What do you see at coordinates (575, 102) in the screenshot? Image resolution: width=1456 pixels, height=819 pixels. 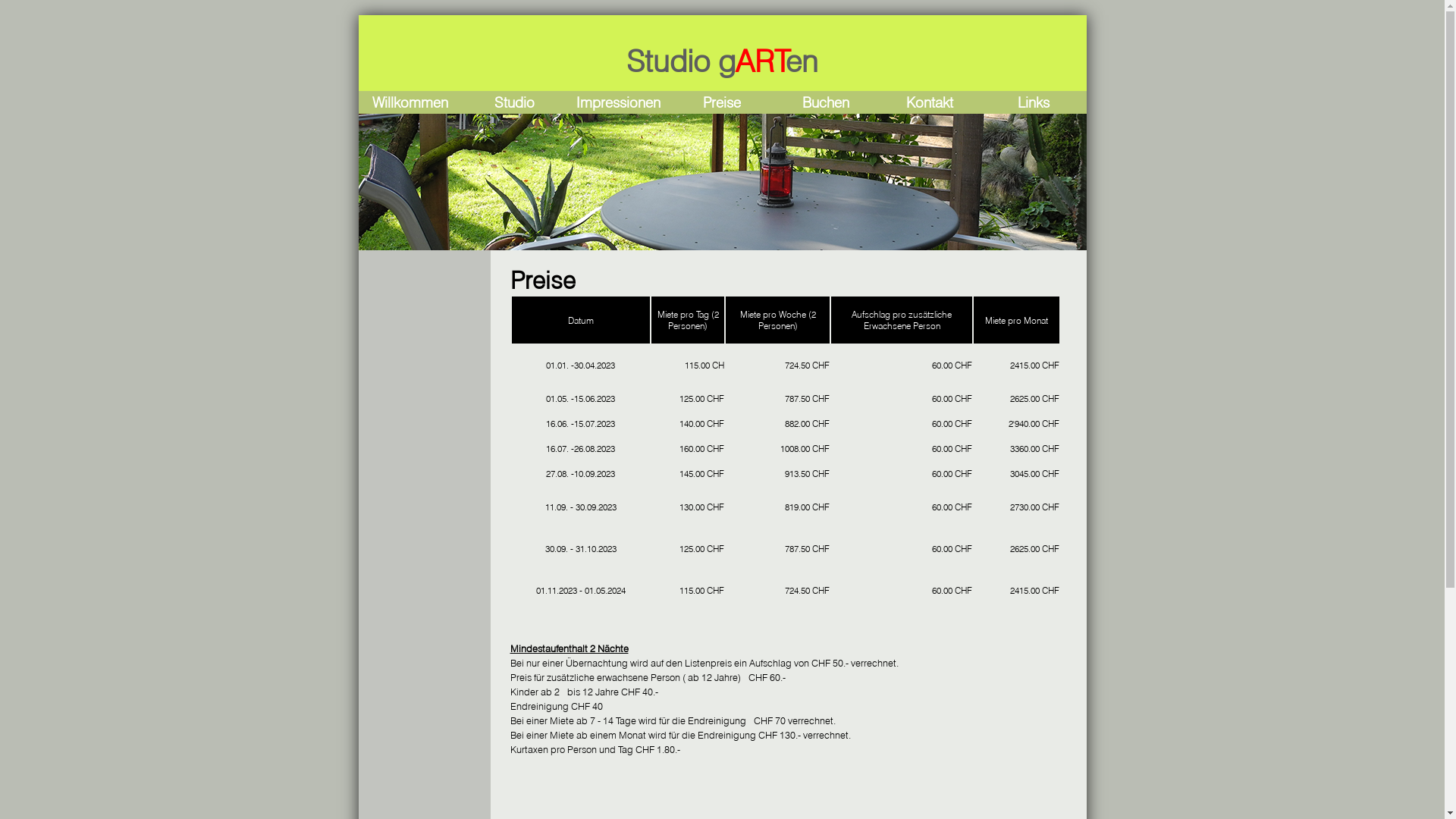 I see `'Impressionen'` at bounding box center [575, 102].